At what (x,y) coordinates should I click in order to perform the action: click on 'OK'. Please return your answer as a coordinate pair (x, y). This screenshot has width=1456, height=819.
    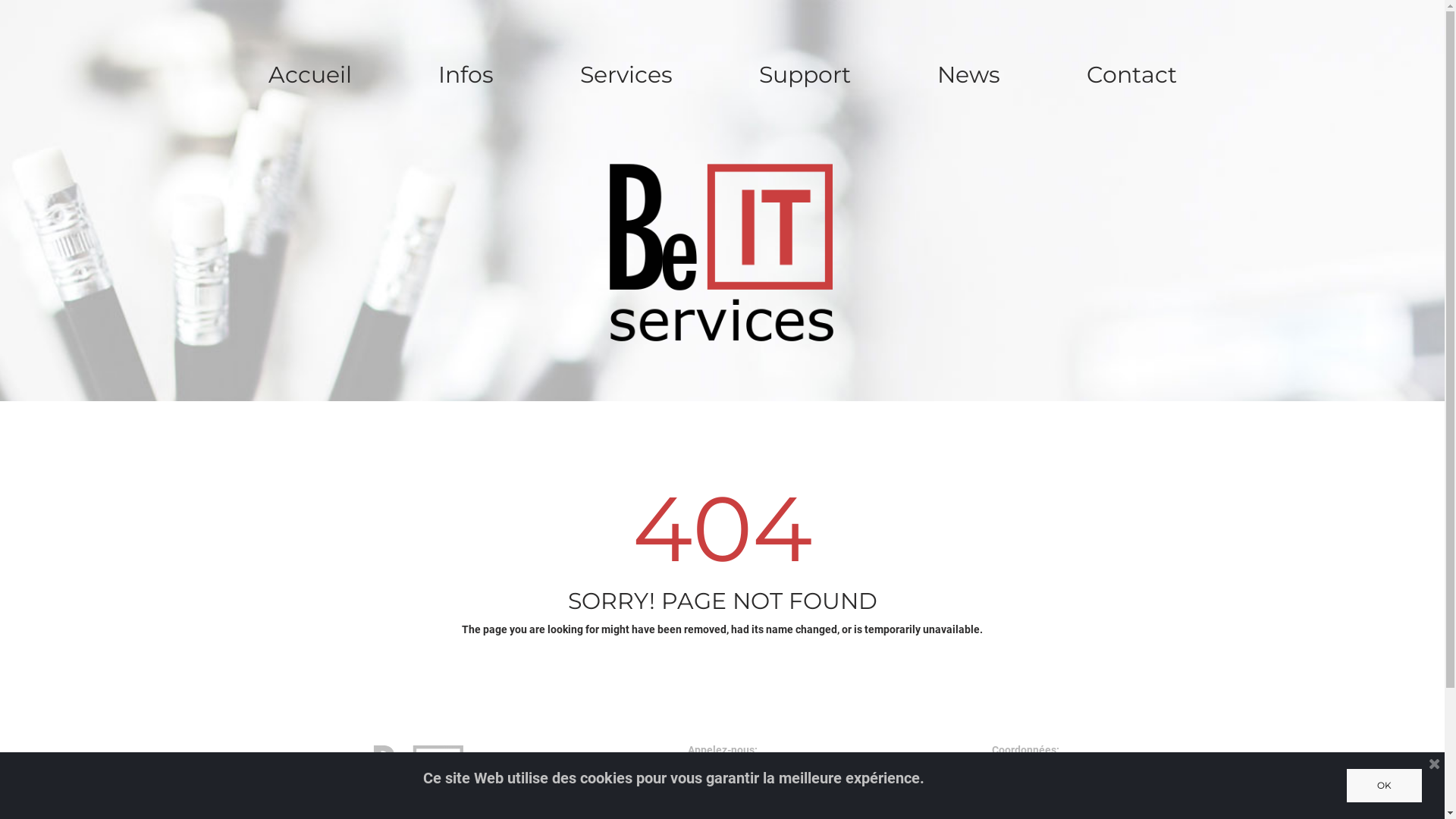
    Looking at the image, I should click on (1384, 785).